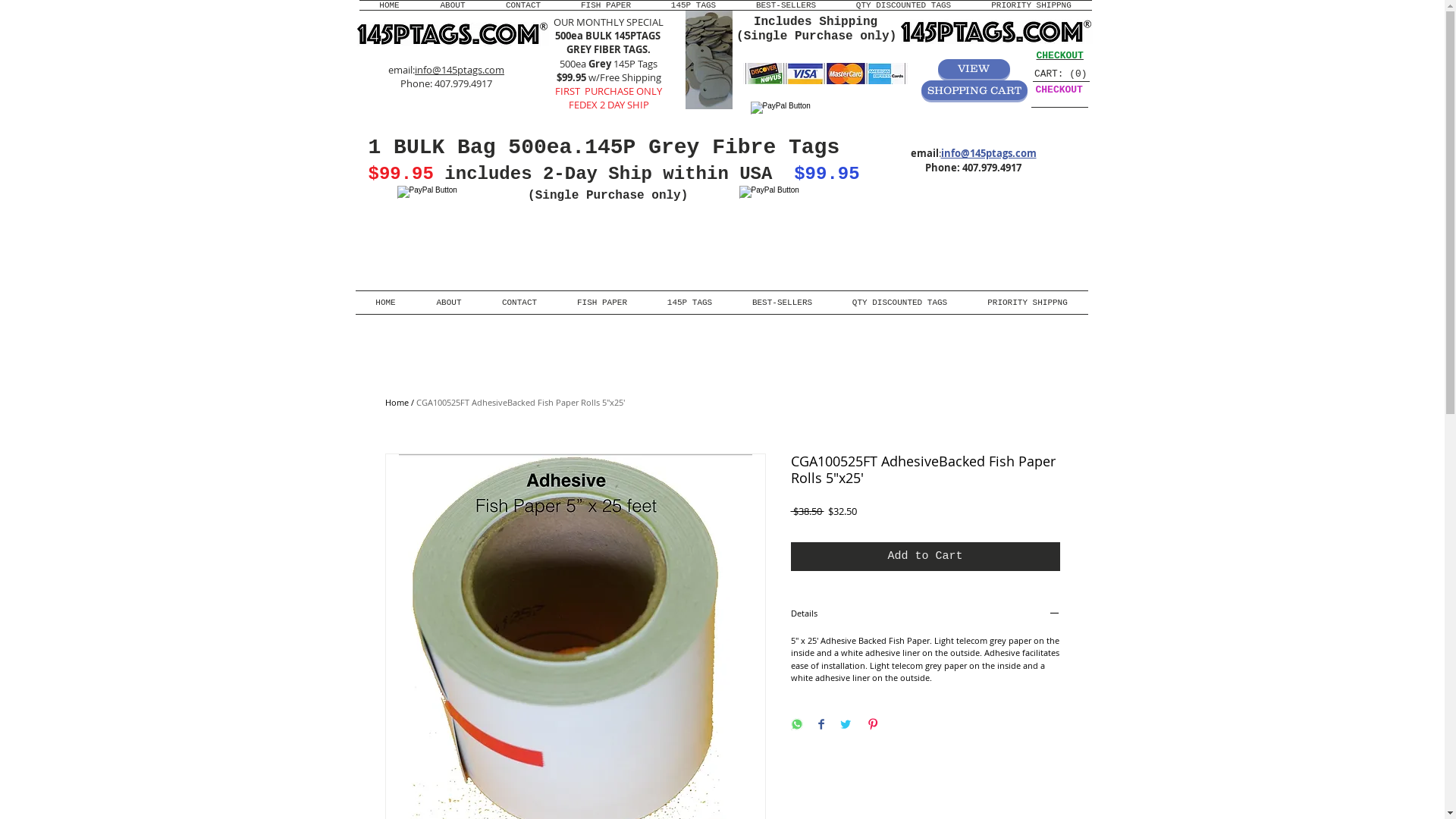 This screenshot has height=819, width=1456. What do you see at coordinates (1058, 55) in the screenshot?
I see `'CHECKOUT'` at bounding box center [1058, 55].